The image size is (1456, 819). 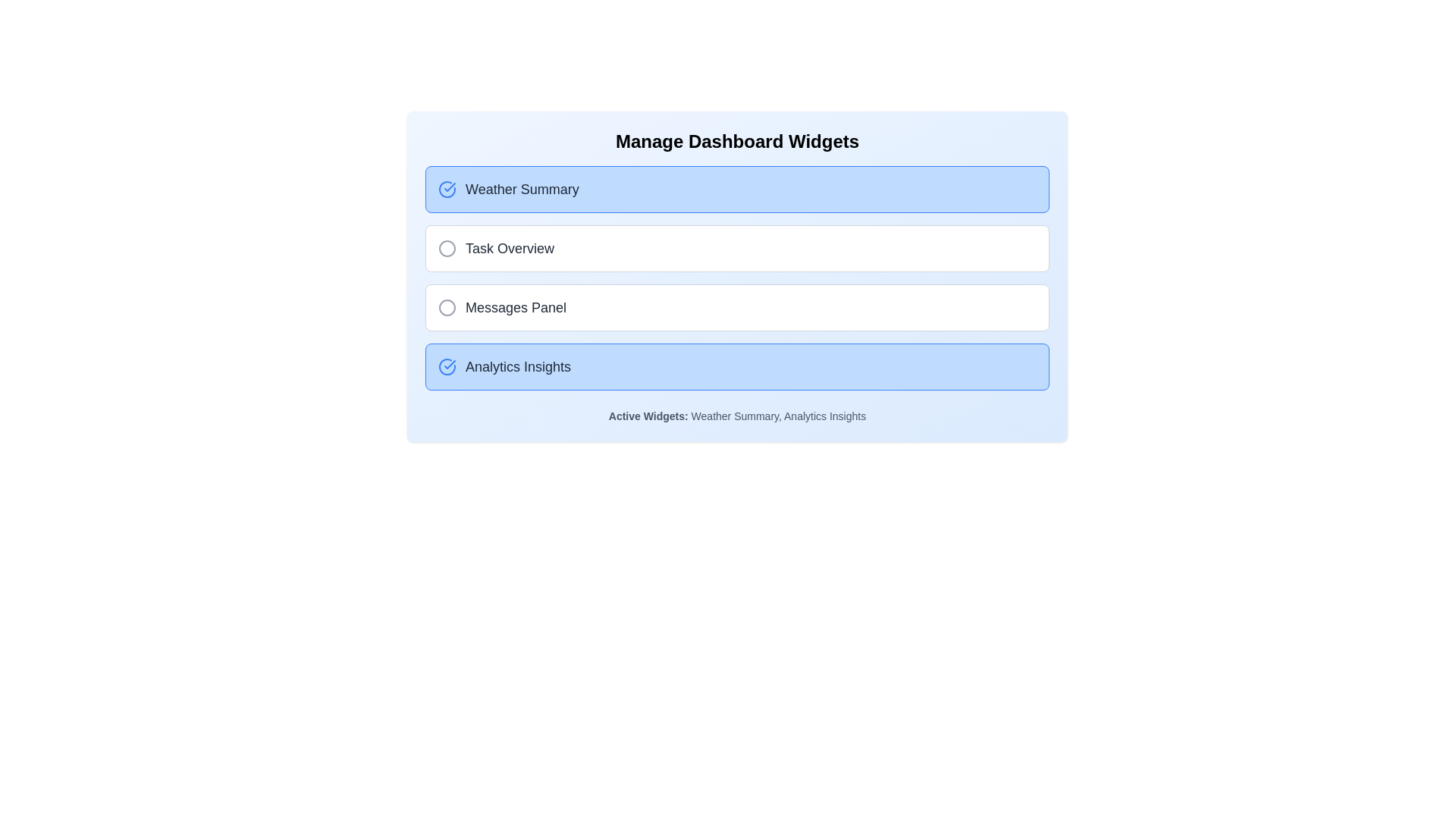 What do you see at coordinates (447, 247) in the screenshot?
I see `the decorative circle icon with an outlined stroke associated with the 'Task Overview' item, located as the second item in the vertical list between 'Weather Summary' and 'Messages Panel'` at bounding box center [447, 247].